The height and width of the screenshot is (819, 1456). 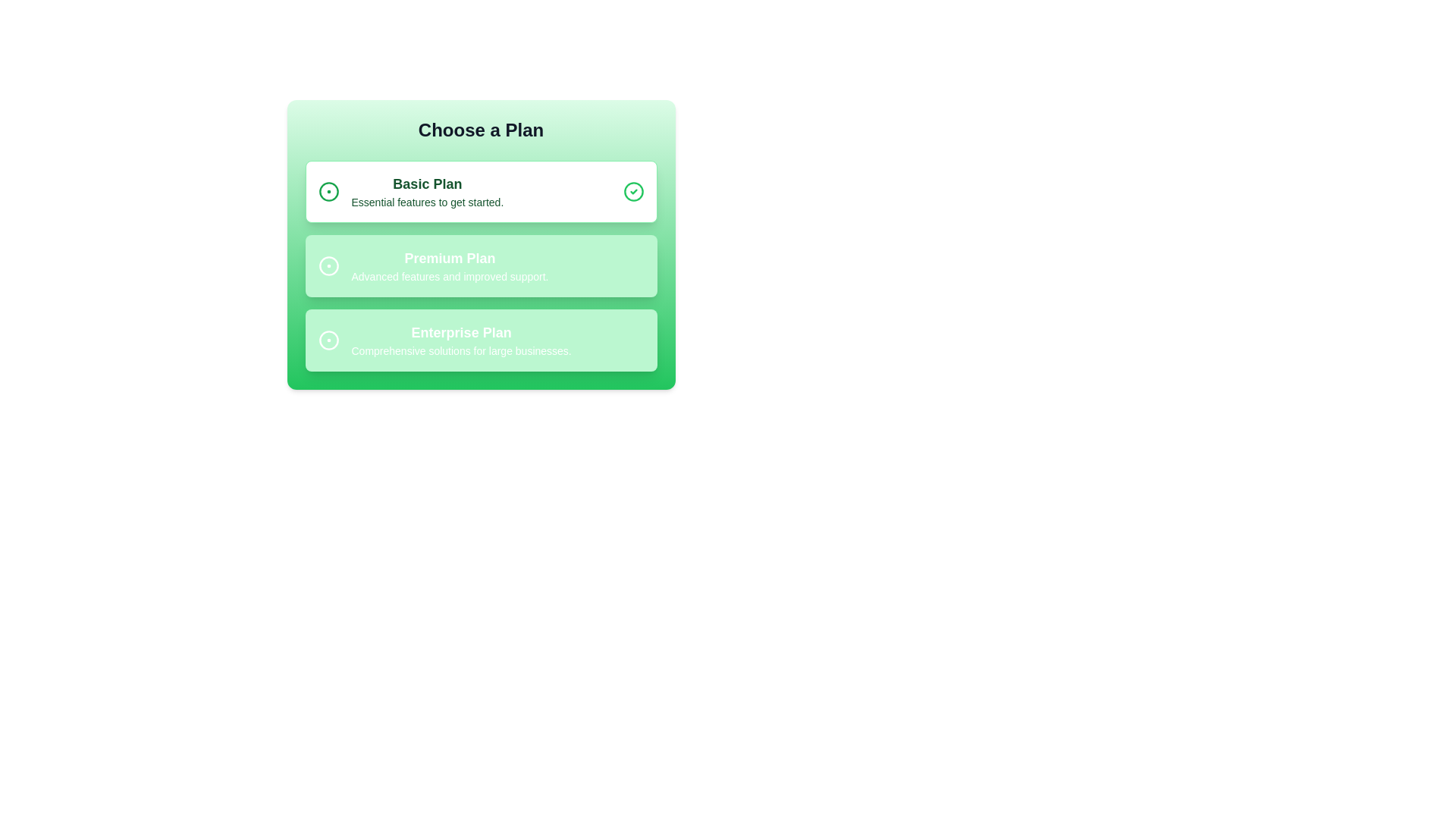 What do you see at coordinates (426, 184) in the screenshot?
I see `the static text label reading 'Basic Plan' which is displayed in bold font and is the primary title of the card, located above the descriptive text 'Essential features to get started.'` at bounding box center [426, 184].